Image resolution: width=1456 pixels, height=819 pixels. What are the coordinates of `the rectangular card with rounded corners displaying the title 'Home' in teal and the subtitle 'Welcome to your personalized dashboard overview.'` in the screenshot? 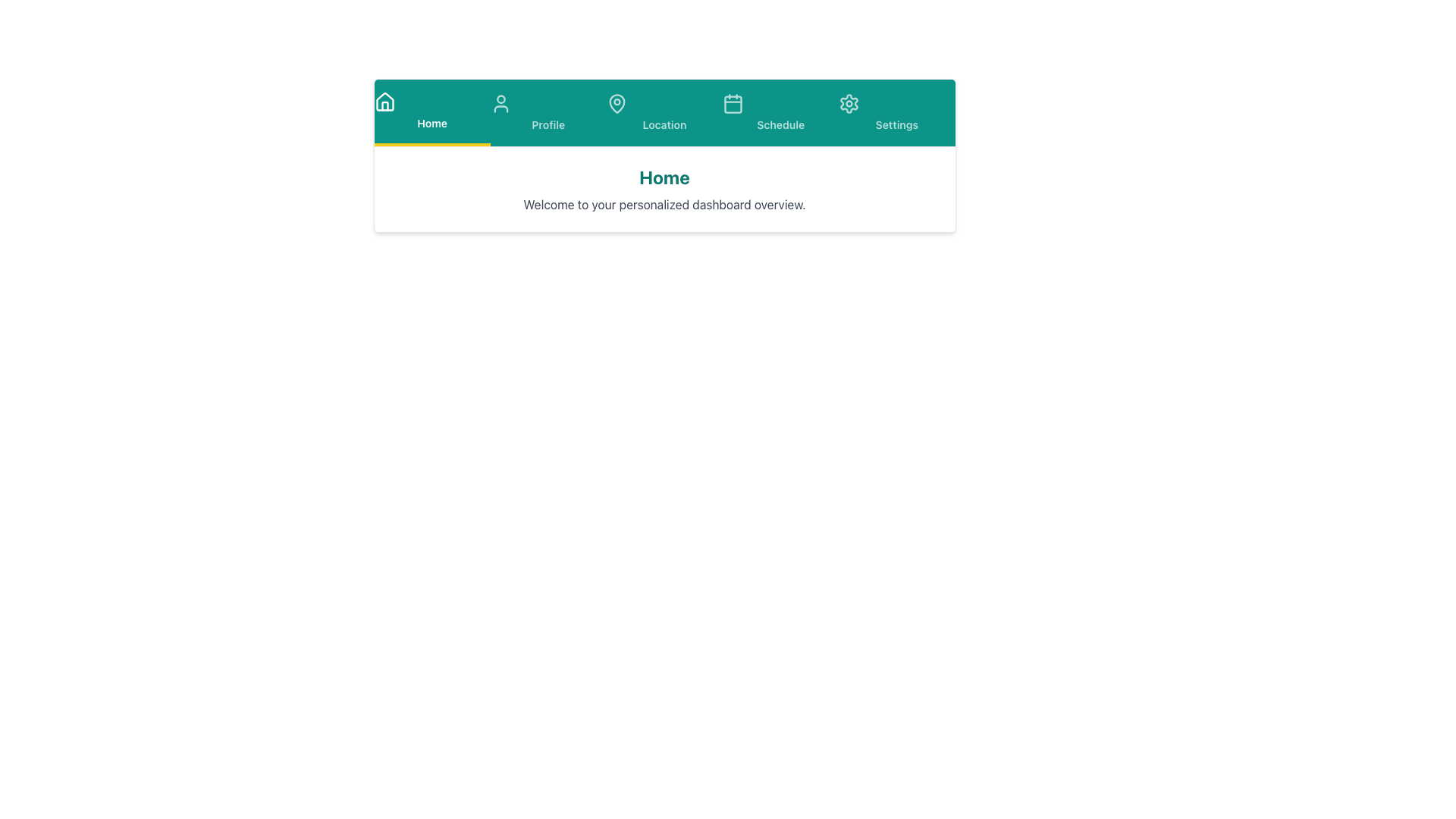 It's located at (664, 155).